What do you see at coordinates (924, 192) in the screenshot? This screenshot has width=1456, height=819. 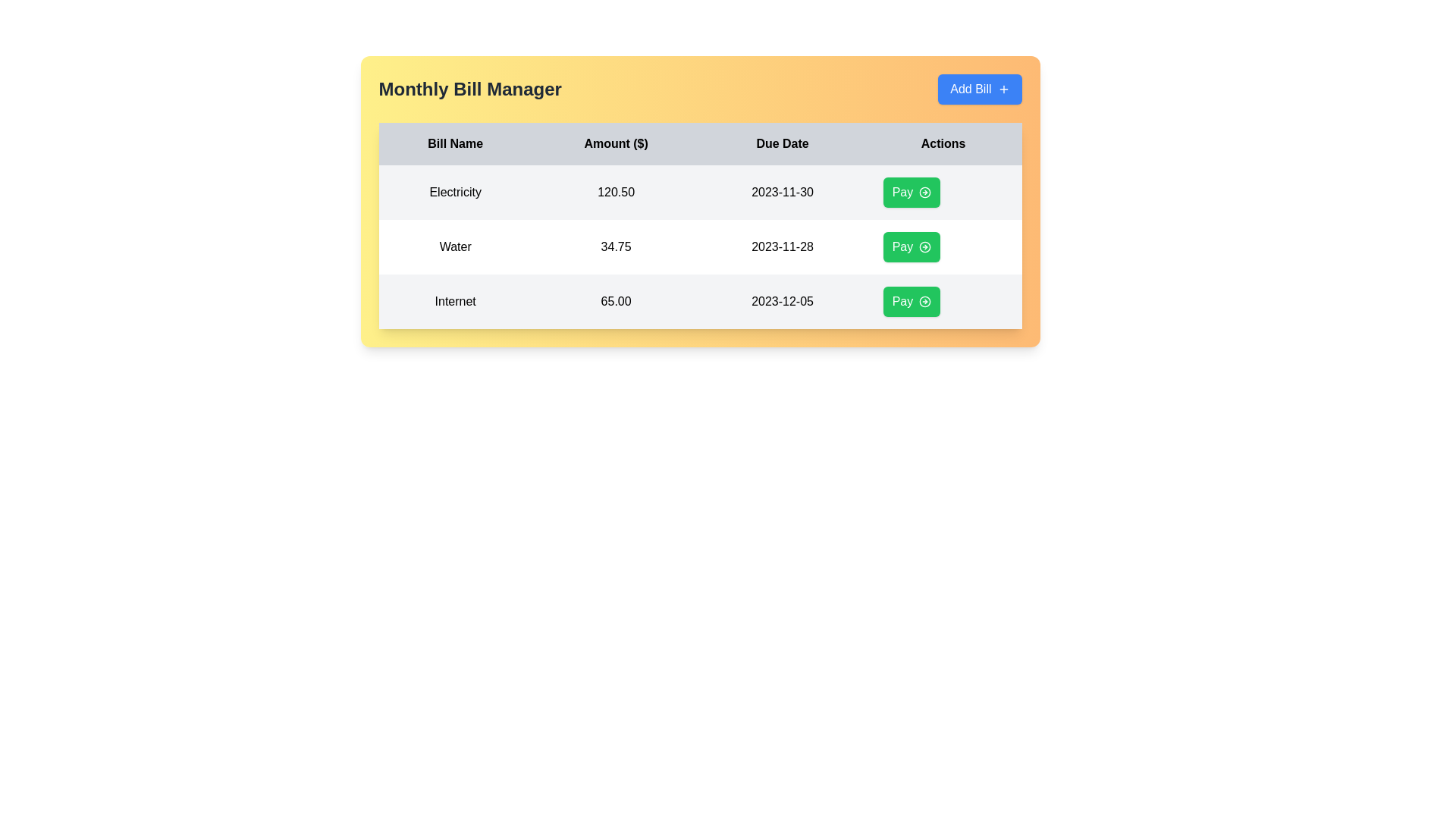 I see `the circular icon with a right-pointing arrow inside the 'Pay' button` at bounding box center [924, 192].